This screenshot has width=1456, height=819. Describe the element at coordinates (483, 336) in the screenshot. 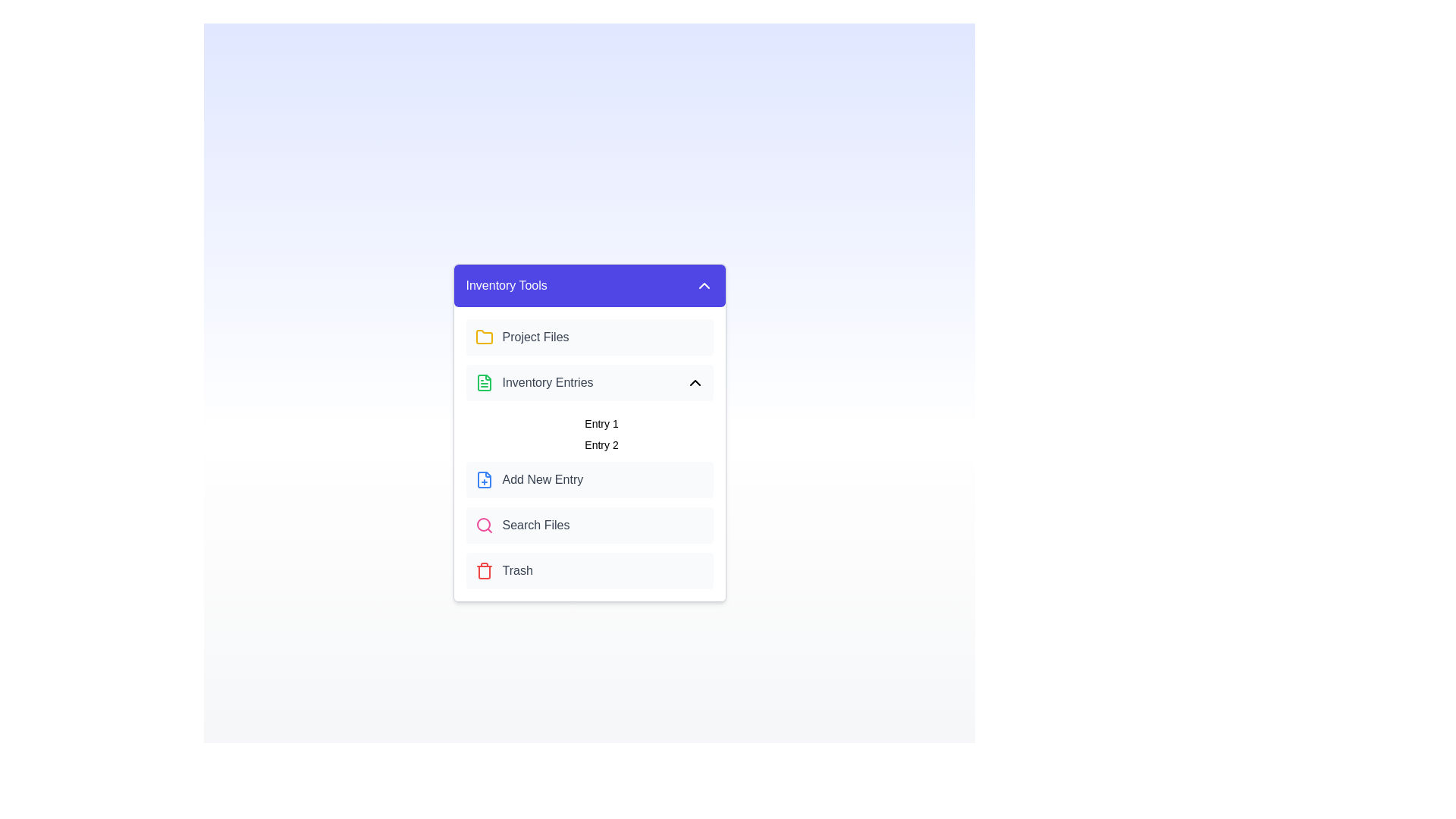

I see `the folder icon representing the 'Project Files' entry in the 'Inventory Tools' menu` at that location.